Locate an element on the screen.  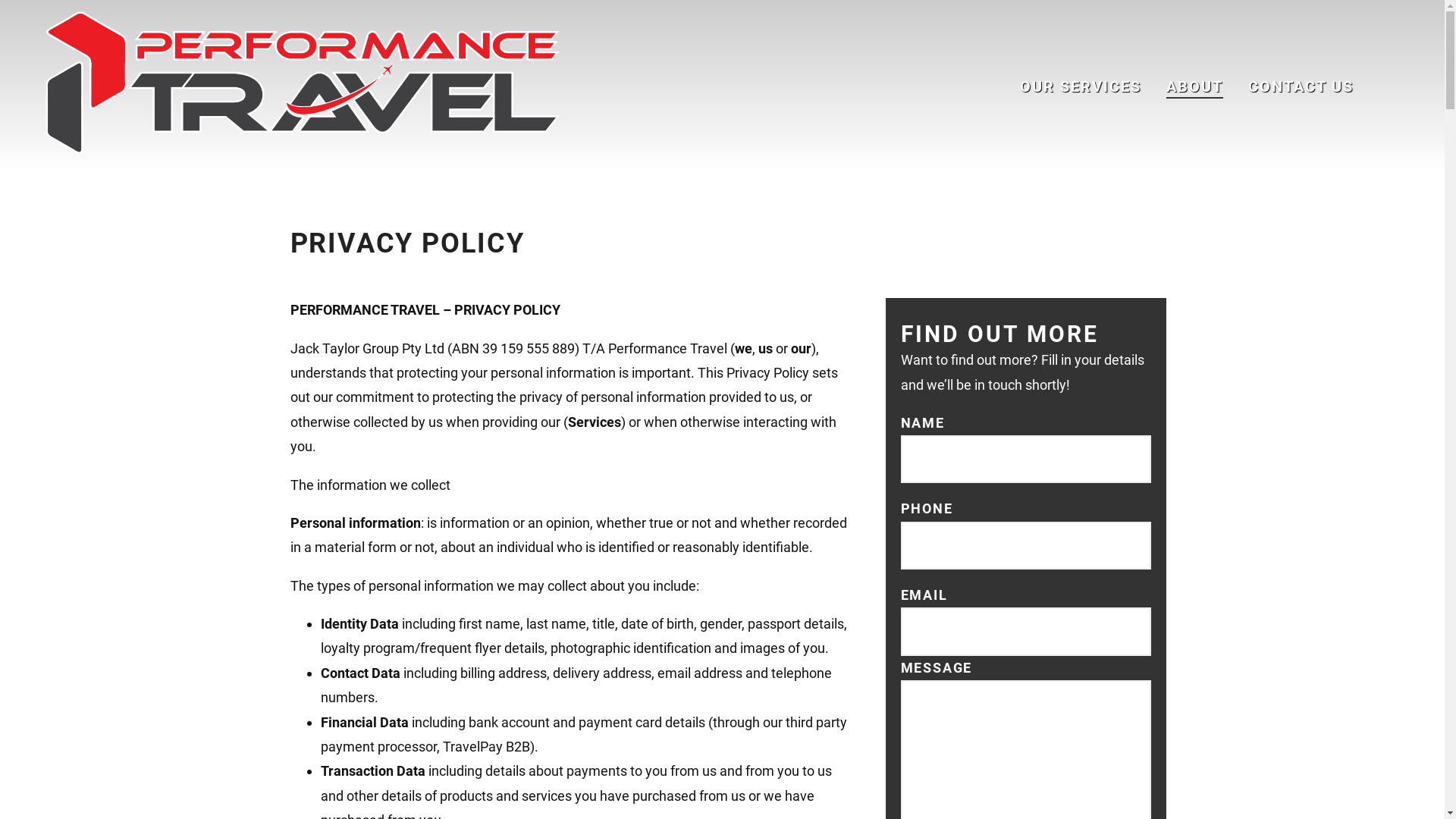
'OUR SERVICES' is located at coordinates (1080, 86).